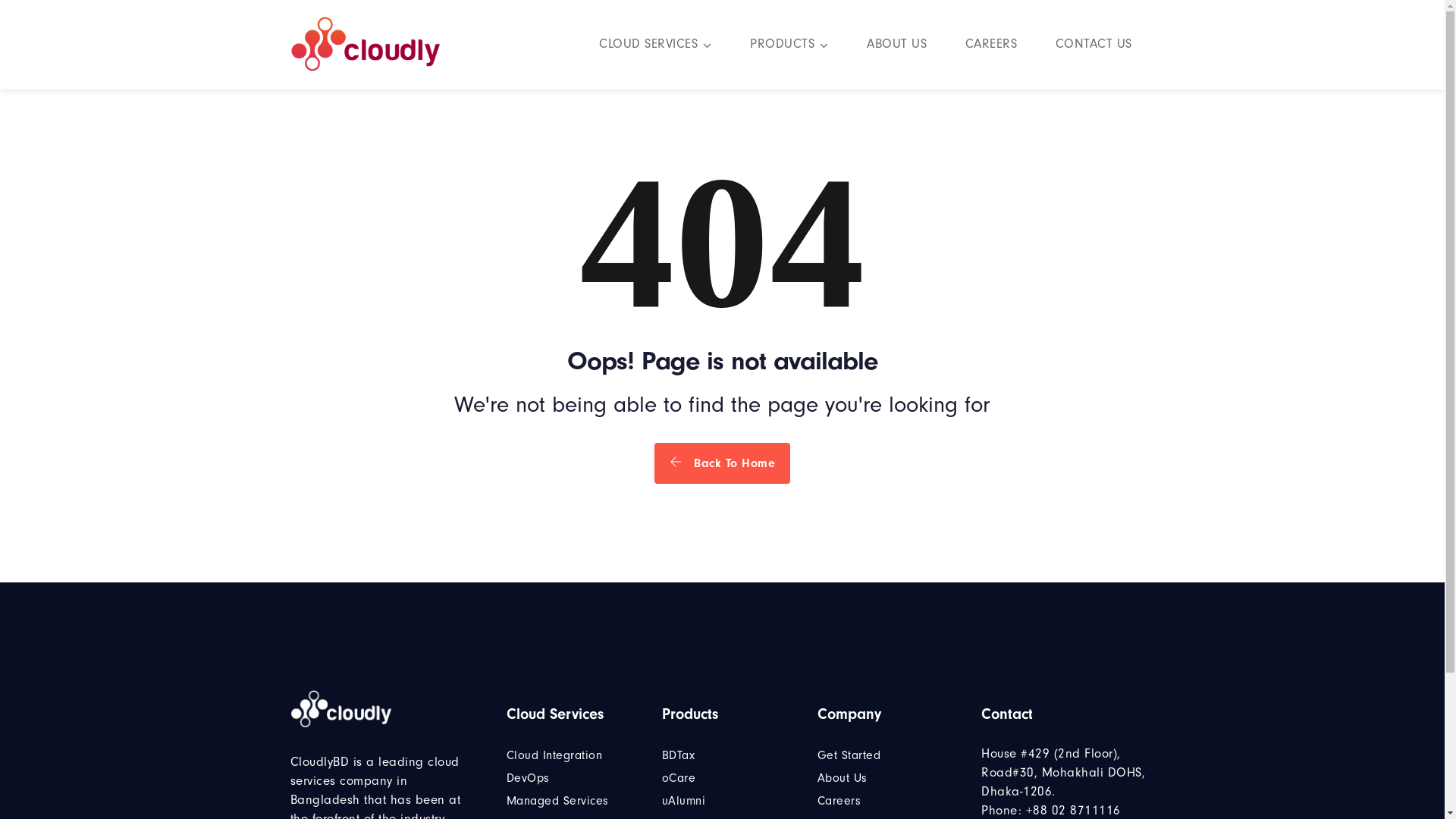  I want to click on 'About Us', so click(841, 778).